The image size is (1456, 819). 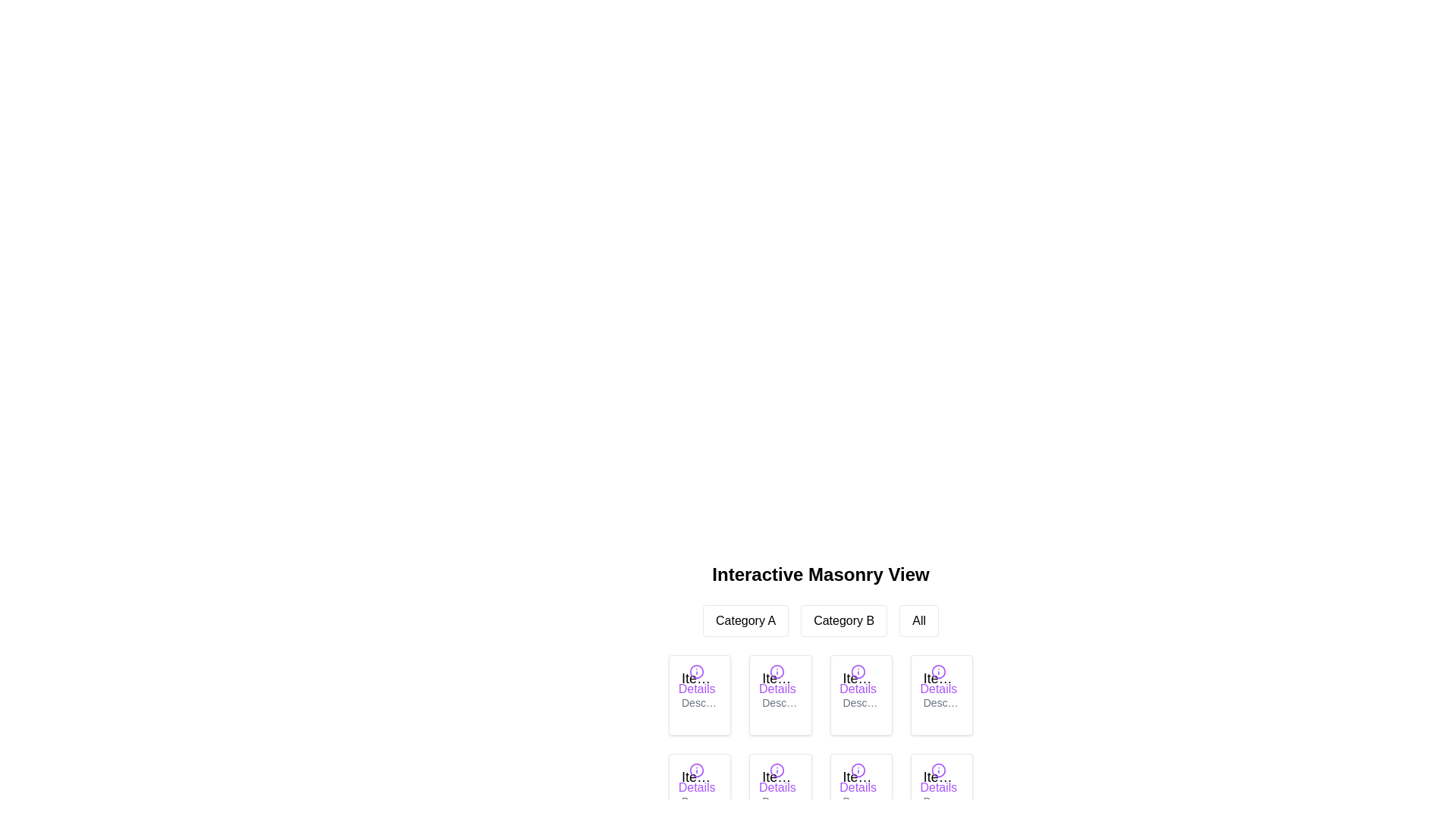 I want to click on outlined circle SVG element located in the third item of the first row in the masonry grid layout for debugging purposes, so click(x=858, y=670).